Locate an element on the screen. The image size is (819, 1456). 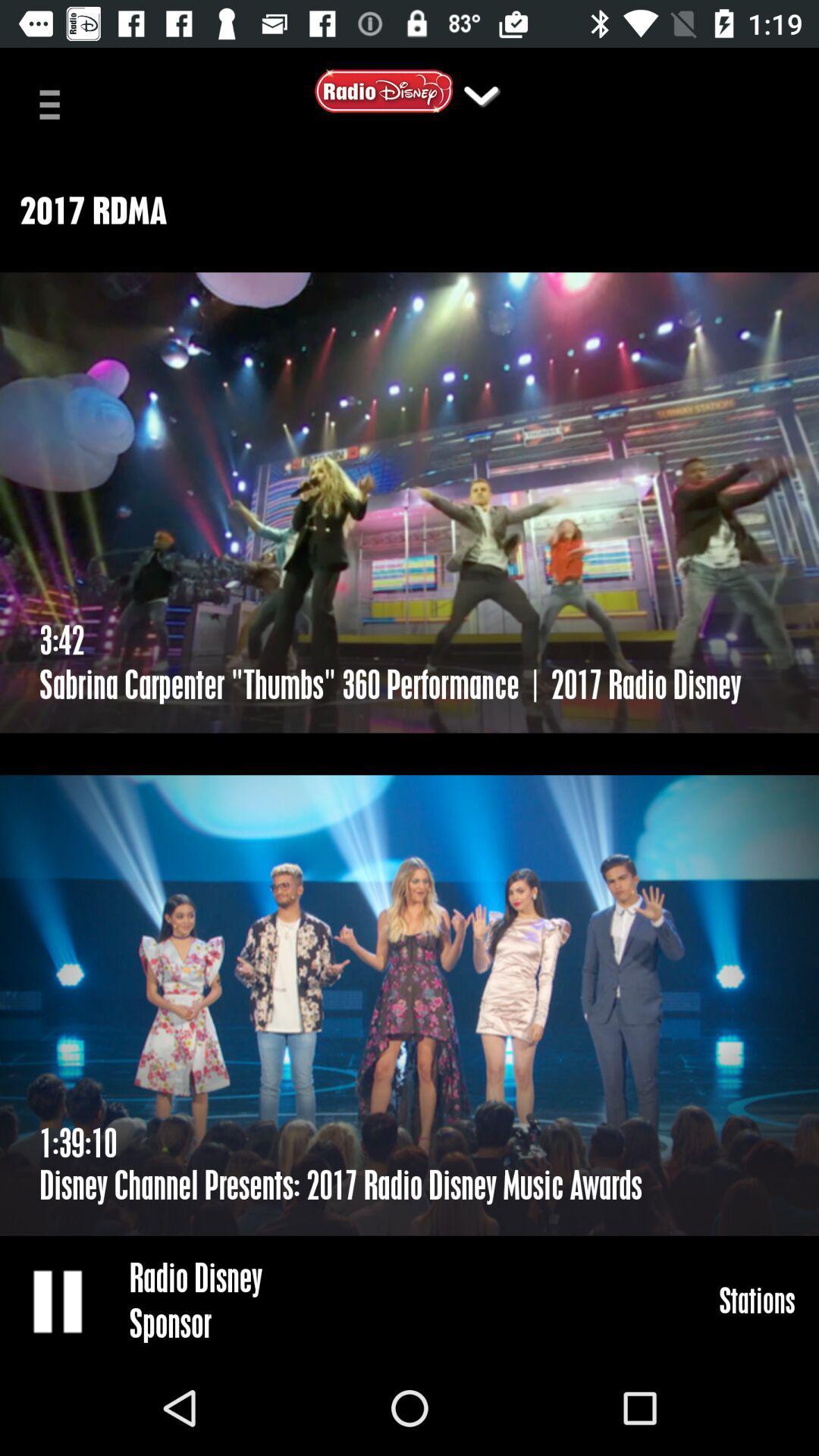
the item above the 2017 rdma item is located at coordinates (55, 102).